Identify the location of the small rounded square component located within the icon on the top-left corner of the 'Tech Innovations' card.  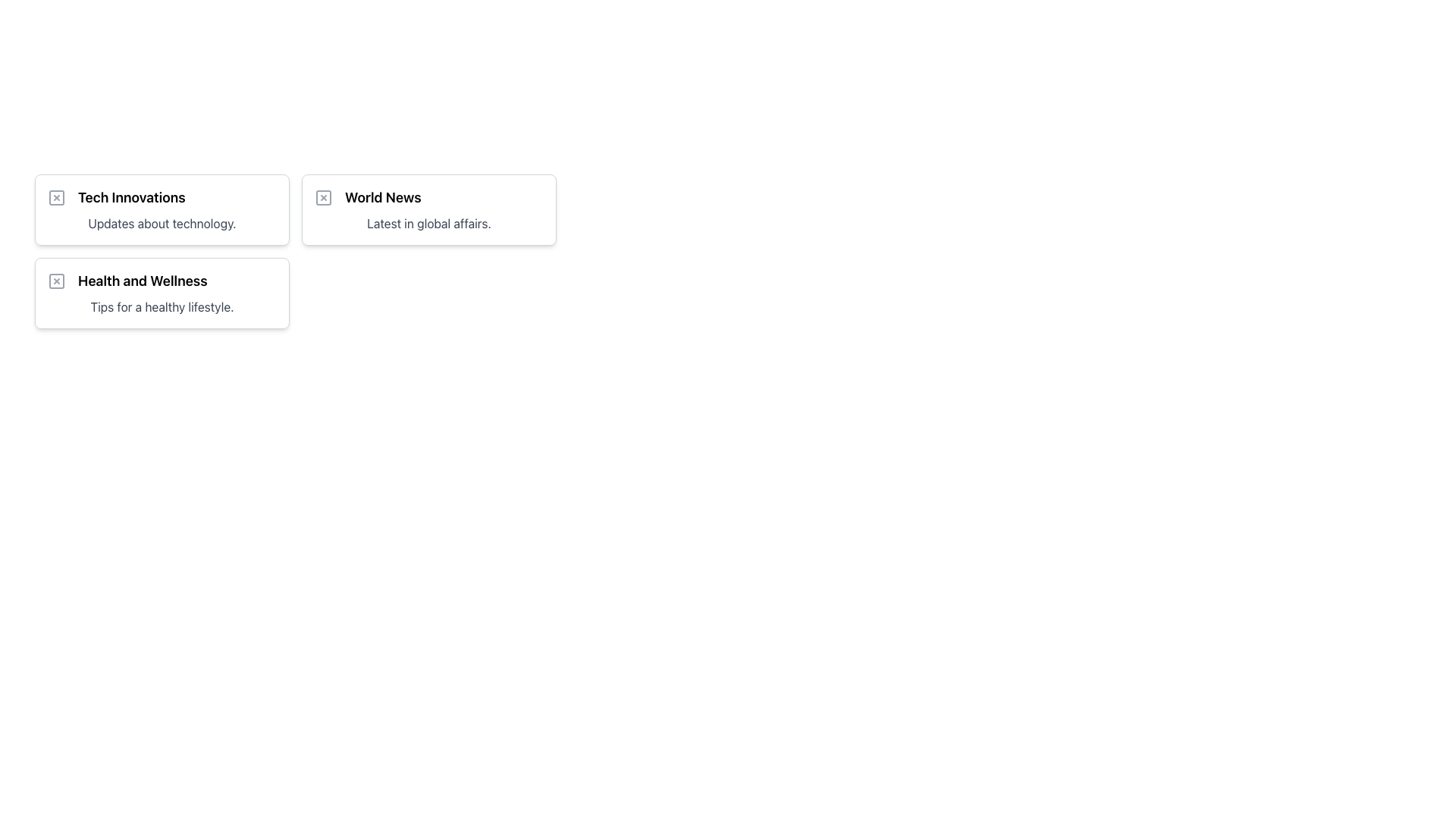
(57, 197).